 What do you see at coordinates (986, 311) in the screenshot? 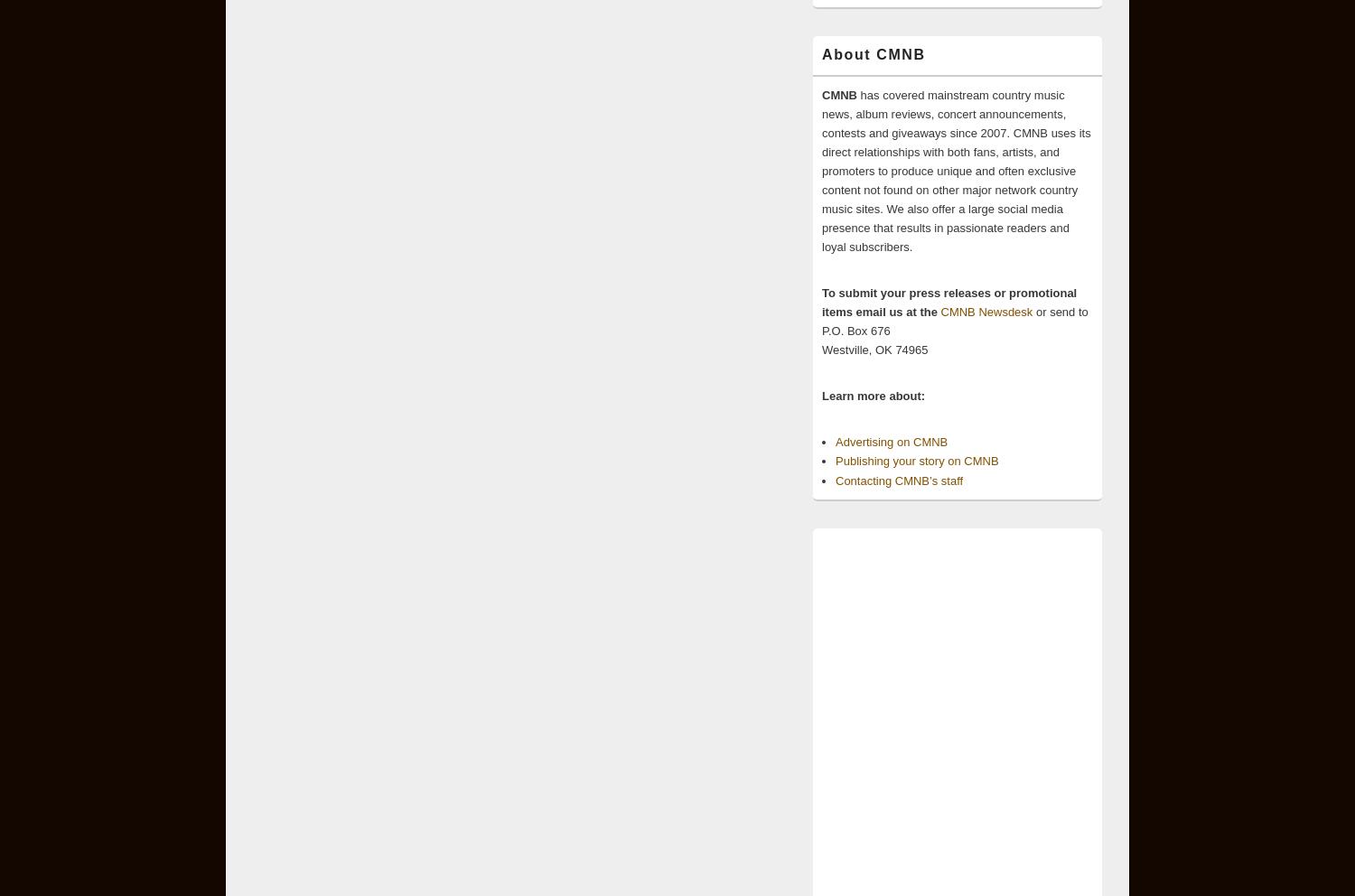
I see `'CMNB Newsdesk'` at bounding box center [986, 311].